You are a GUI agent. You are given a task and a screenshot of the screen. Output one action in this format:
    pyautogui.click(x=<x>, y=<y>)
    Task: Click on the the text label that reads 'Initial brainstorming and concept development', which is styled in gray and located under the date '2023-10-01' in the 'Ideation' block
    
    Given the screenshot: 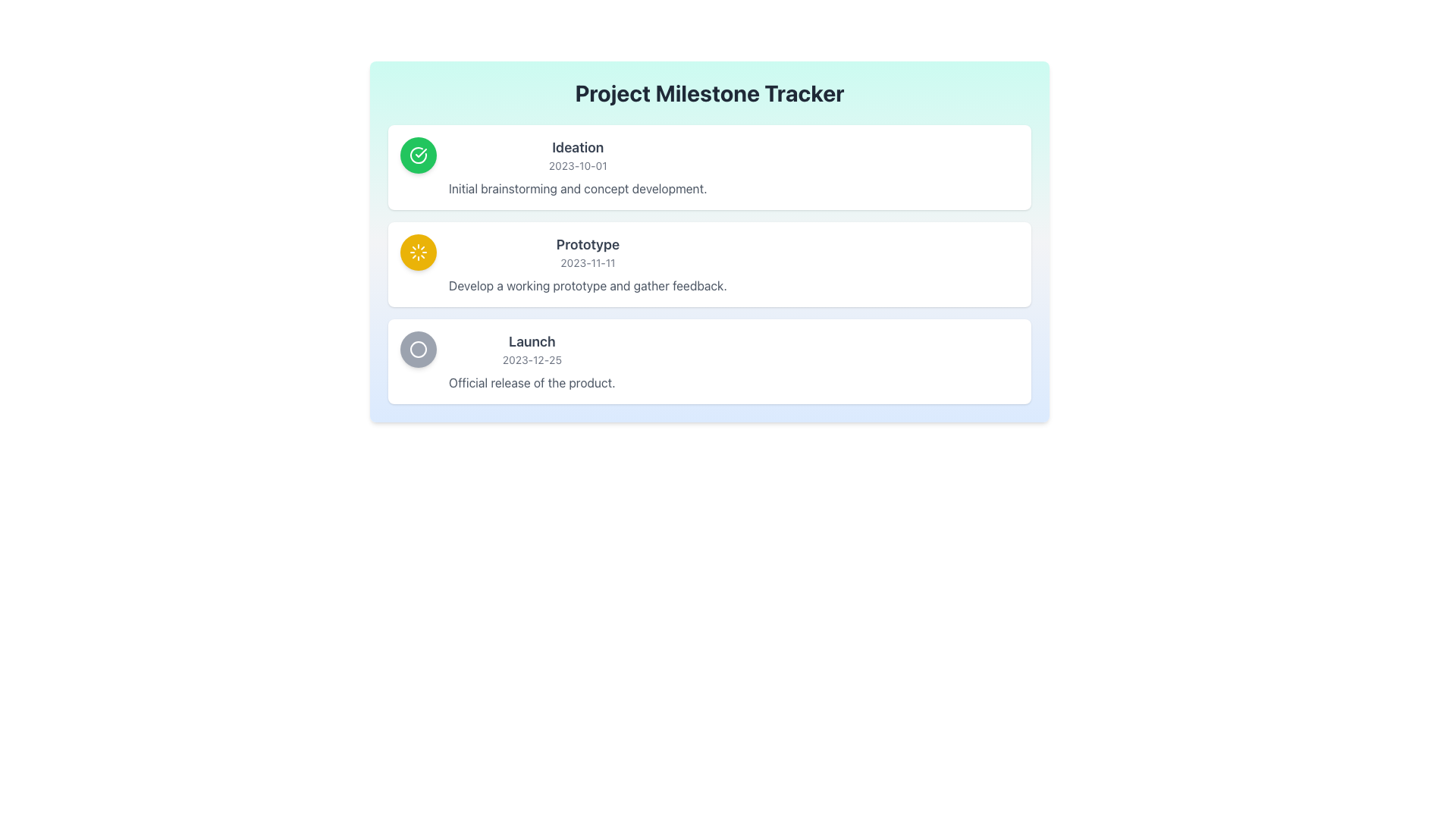 What is the action you would take?
    pyautogui.click(x=577, y=188)
    